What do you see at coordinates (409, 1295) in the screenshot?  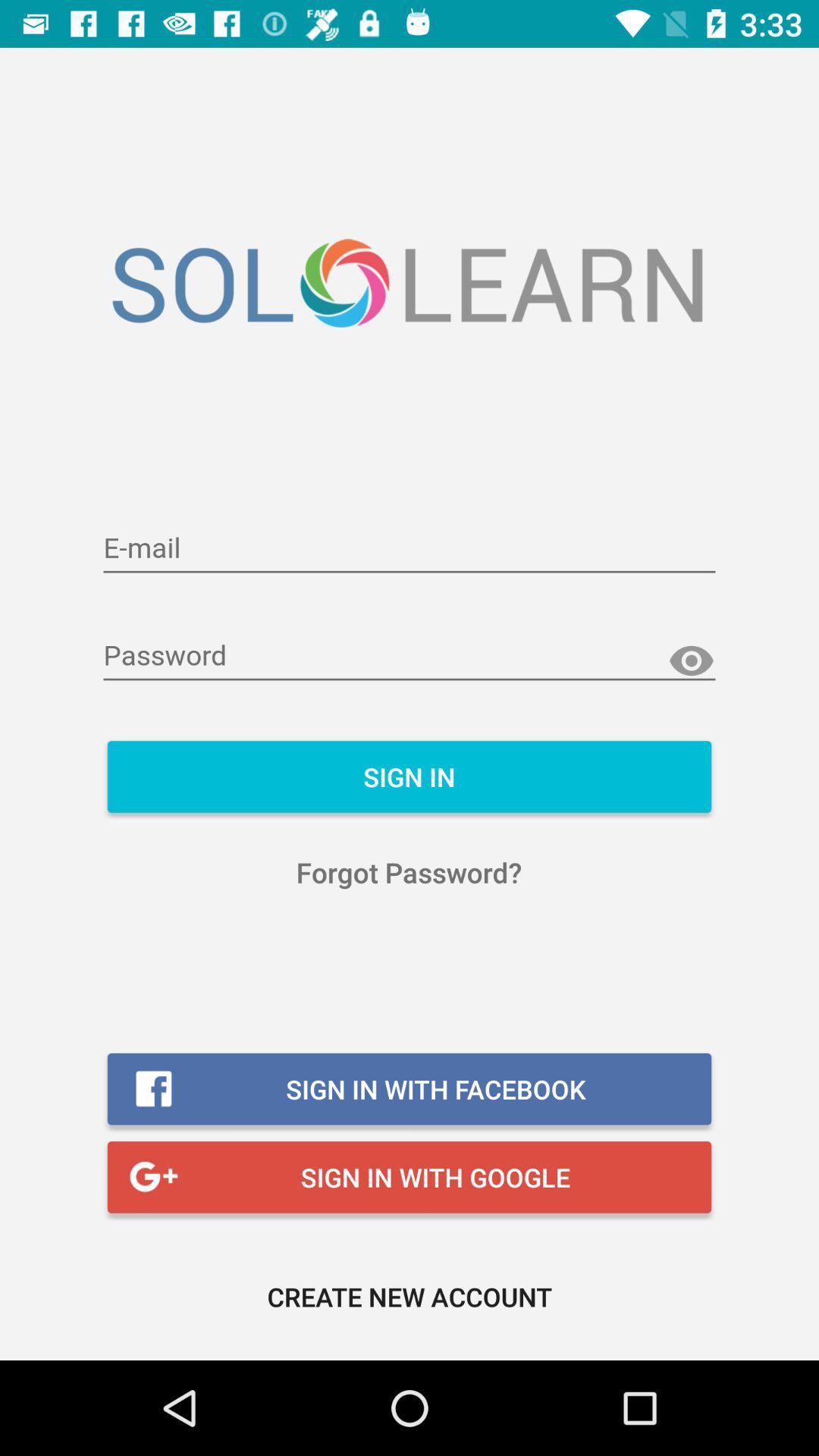 I see `create new account` at bounding box center [409, 1295].